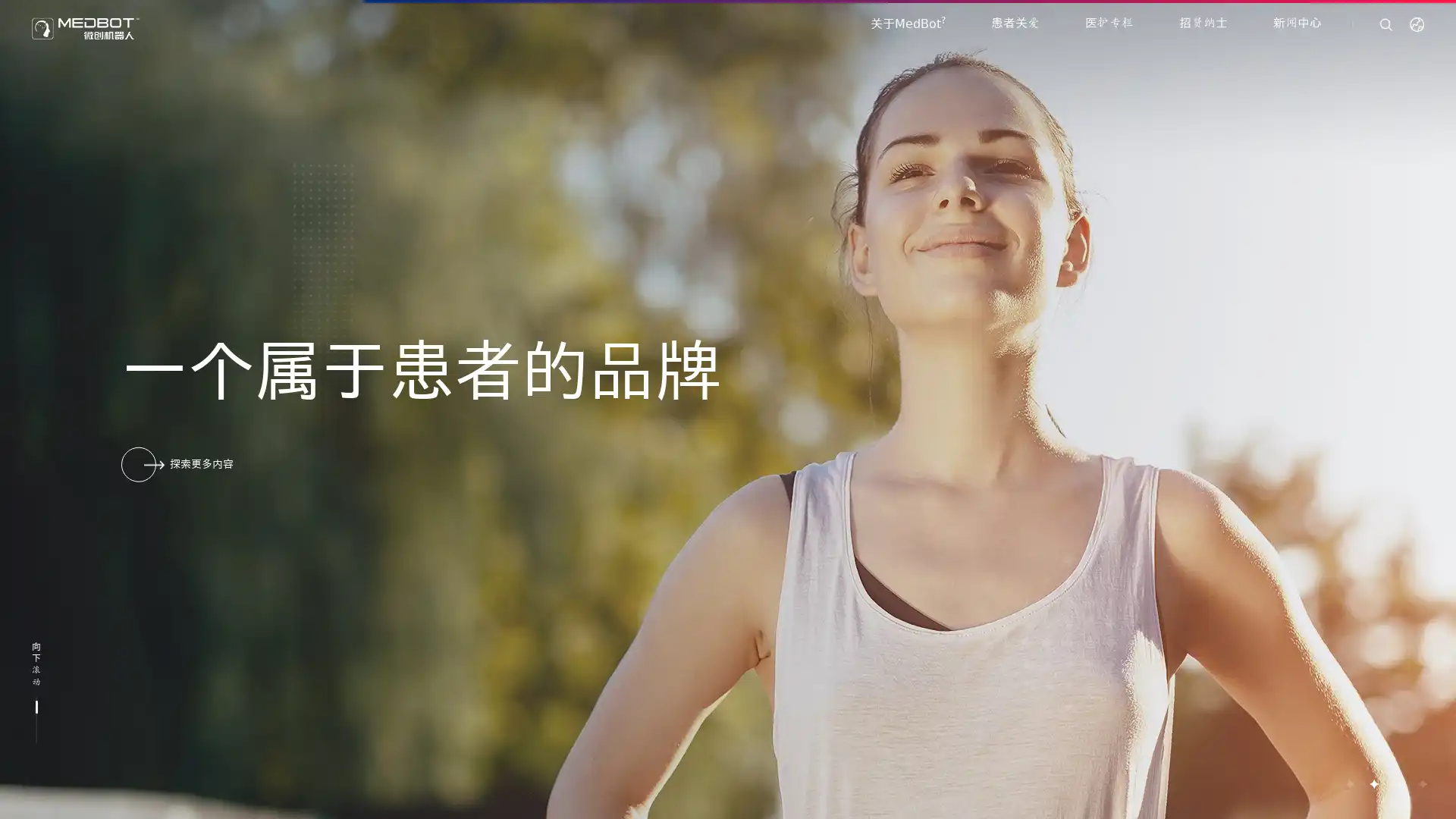 This screenshot has height=819, width=1456. What do you see at coordinates (1373, 783) in the screenshot?
I see `Go to slide 2` at bounding box center [1373, 783].